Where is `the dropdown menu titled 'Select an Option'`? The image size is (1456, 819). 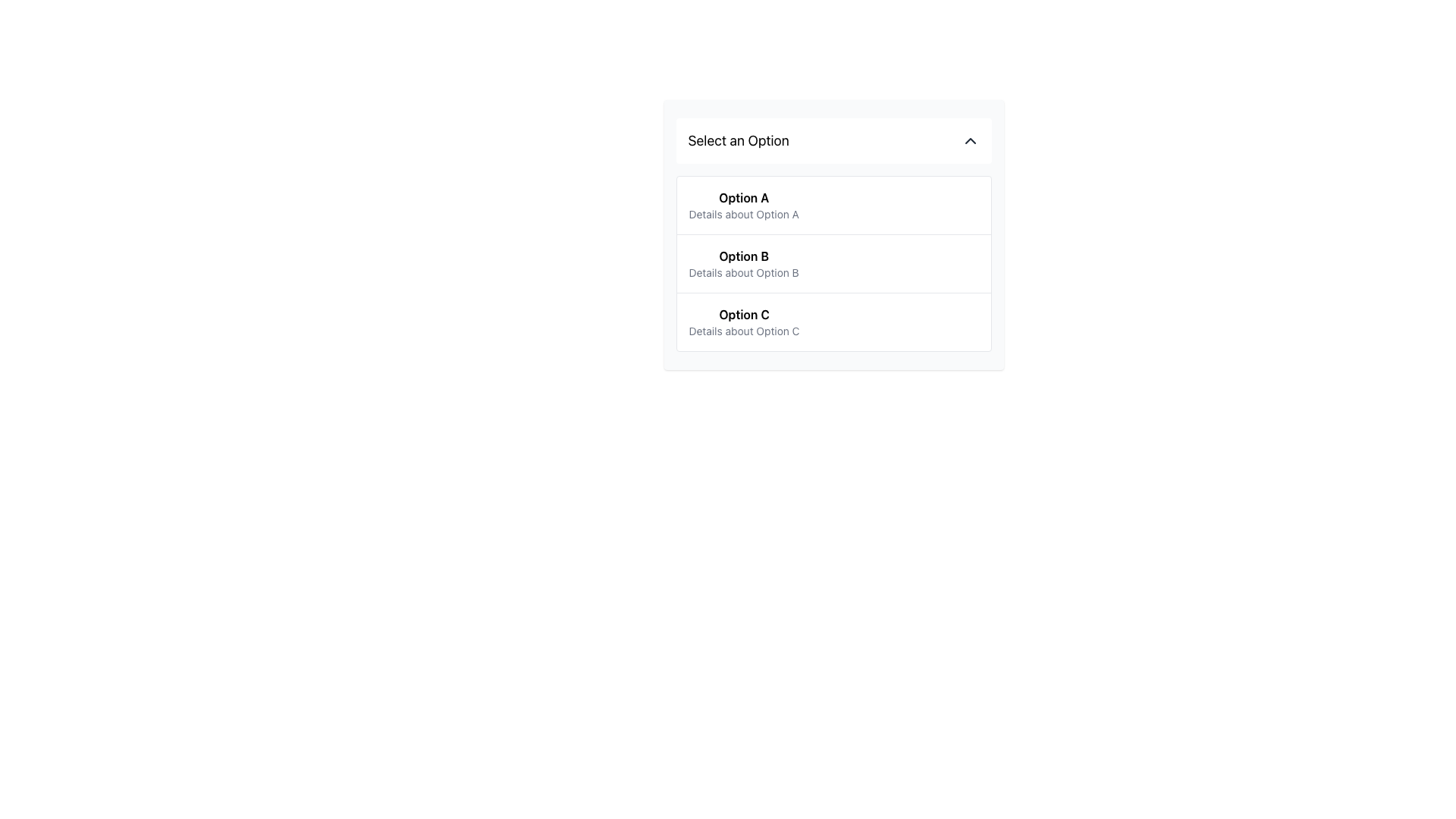 the dropdown menu titled 'Select an Option' is located at coordinates (833, 234).